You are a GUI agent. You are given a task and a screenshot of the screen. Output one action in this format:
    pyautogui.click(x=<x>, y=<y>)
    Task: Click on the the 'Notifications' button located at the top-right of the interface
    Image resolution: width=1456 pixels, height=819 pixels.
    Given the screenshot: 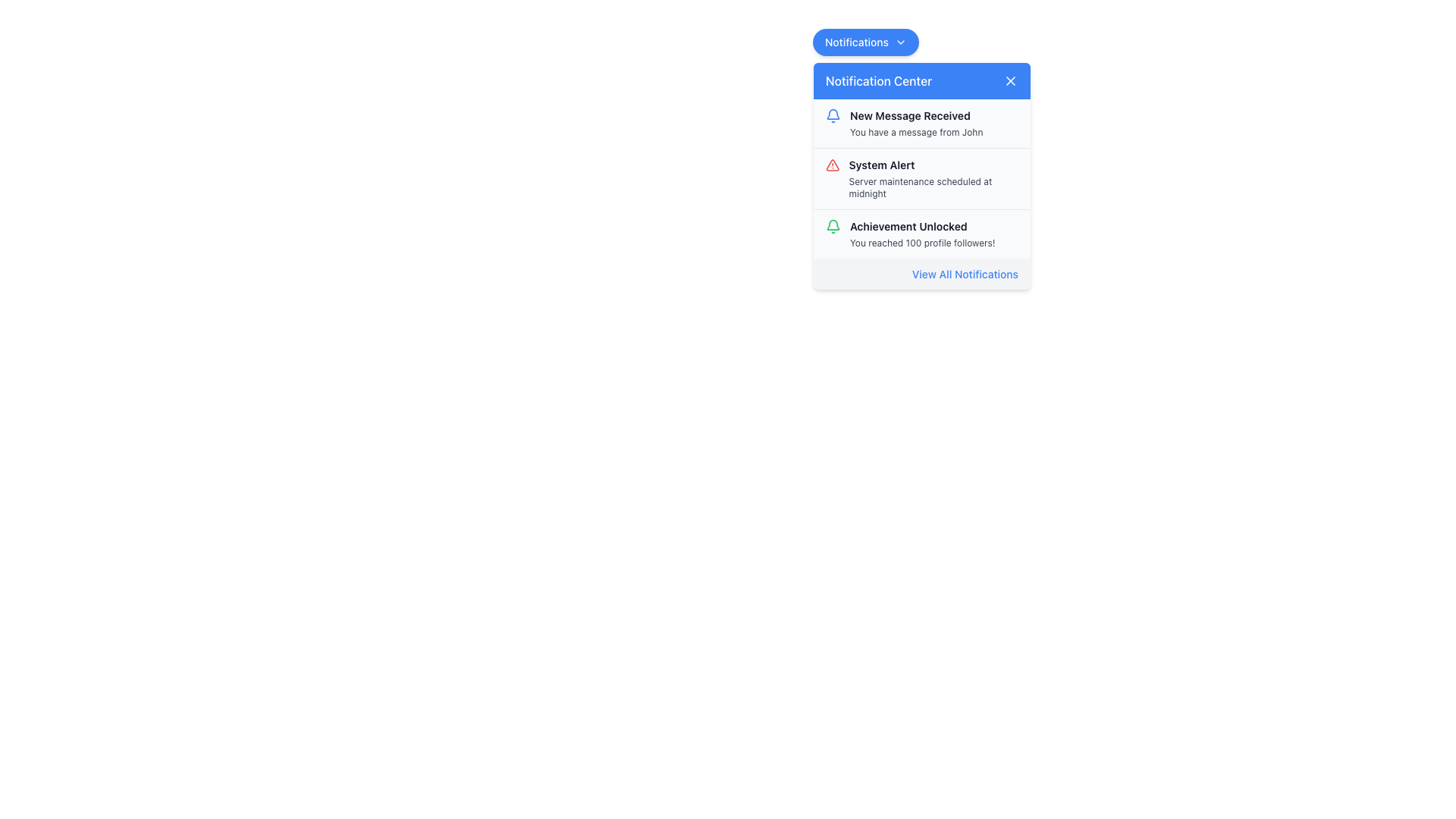 What is the action you would take?
    pyautogui.click(x=866, y=42)
    